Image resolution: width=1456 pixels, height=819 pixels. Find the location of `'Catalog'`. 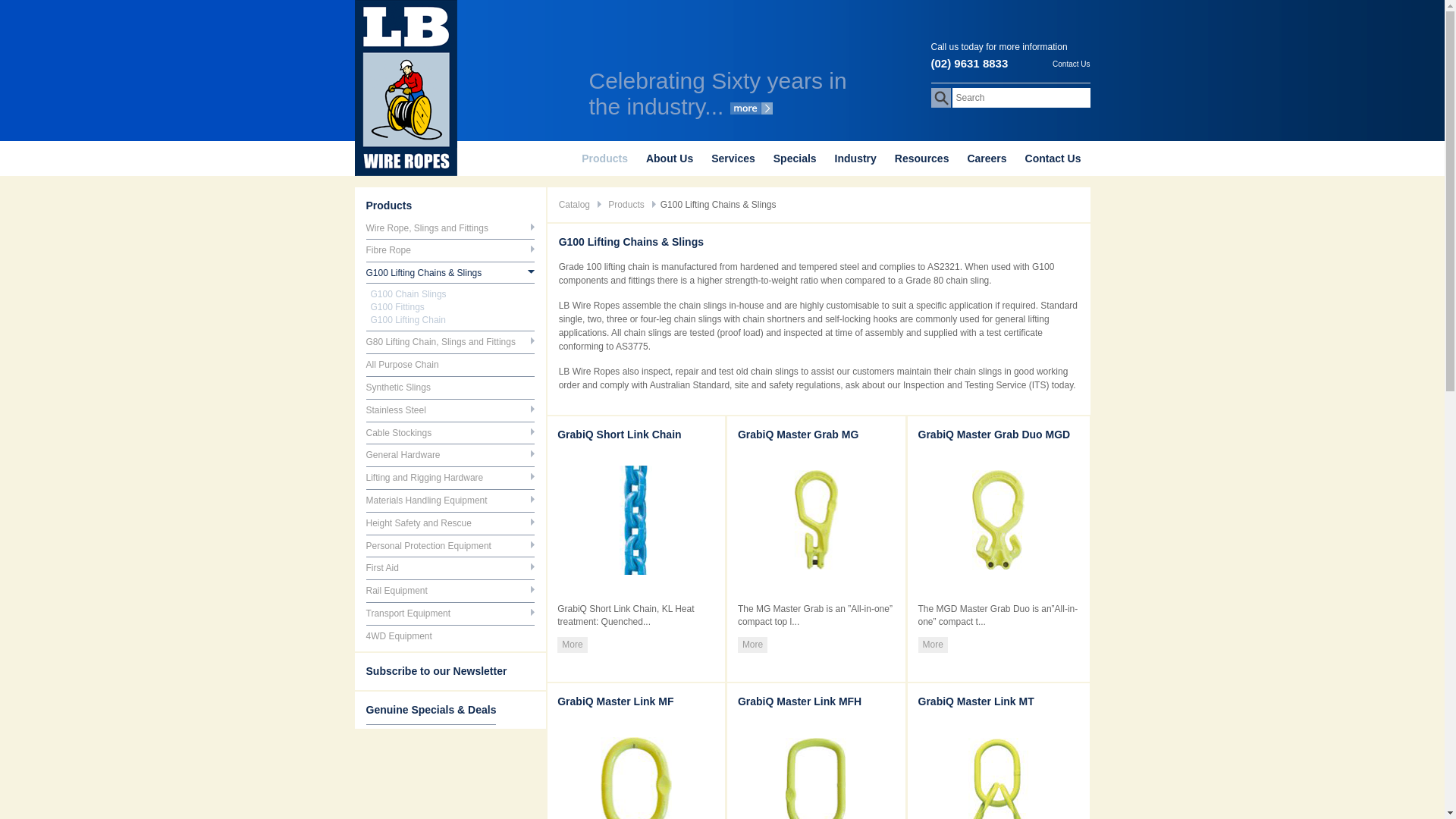

'Catalog' is located at coordinates (573, 205).